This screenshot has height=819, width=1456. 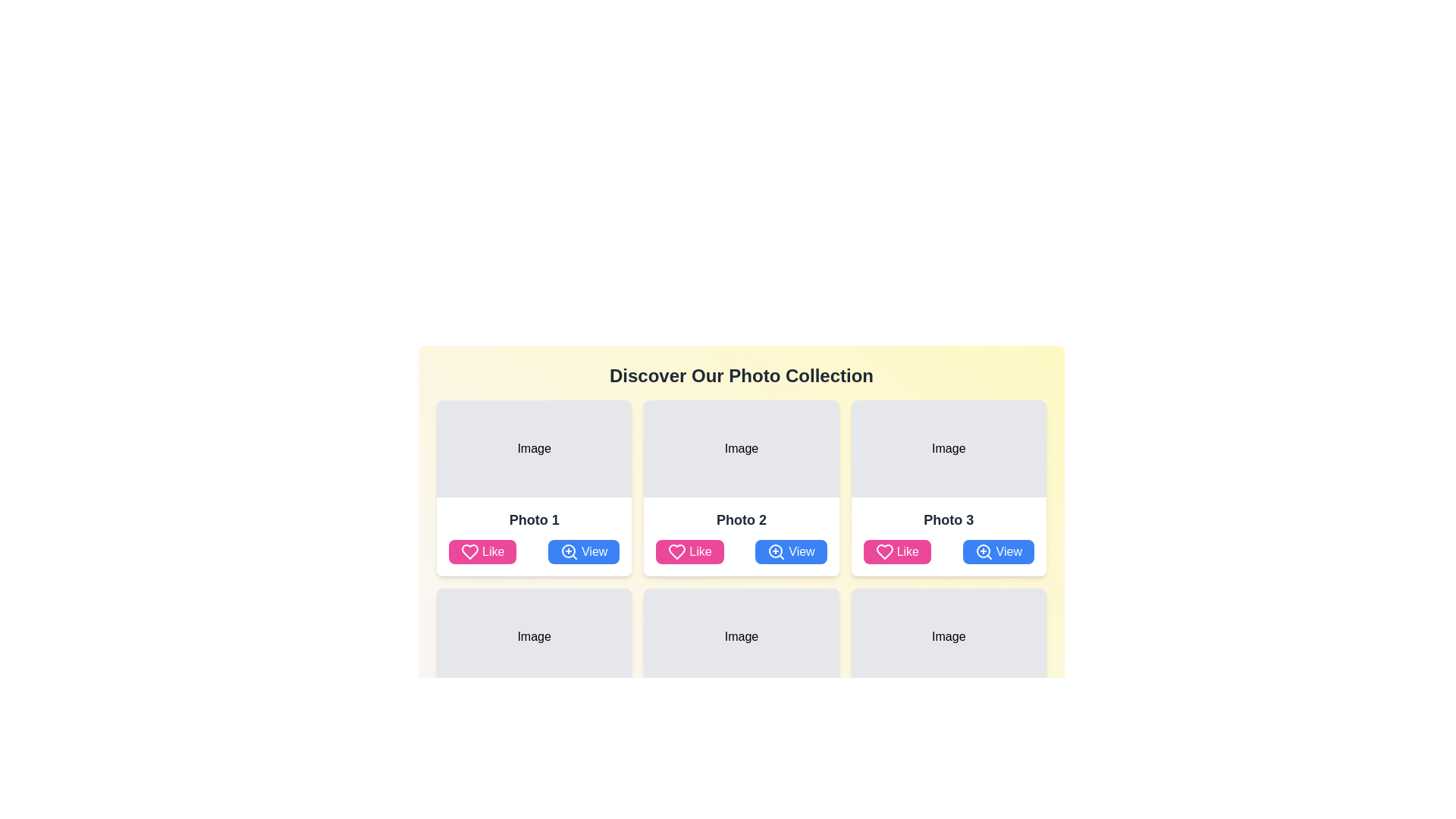 What do you see at coordinates (998, 552) in the screenshot?
I see `the blue button labeled 'View' with a magnifying glass icon, located` at bounding box center [998, 552].